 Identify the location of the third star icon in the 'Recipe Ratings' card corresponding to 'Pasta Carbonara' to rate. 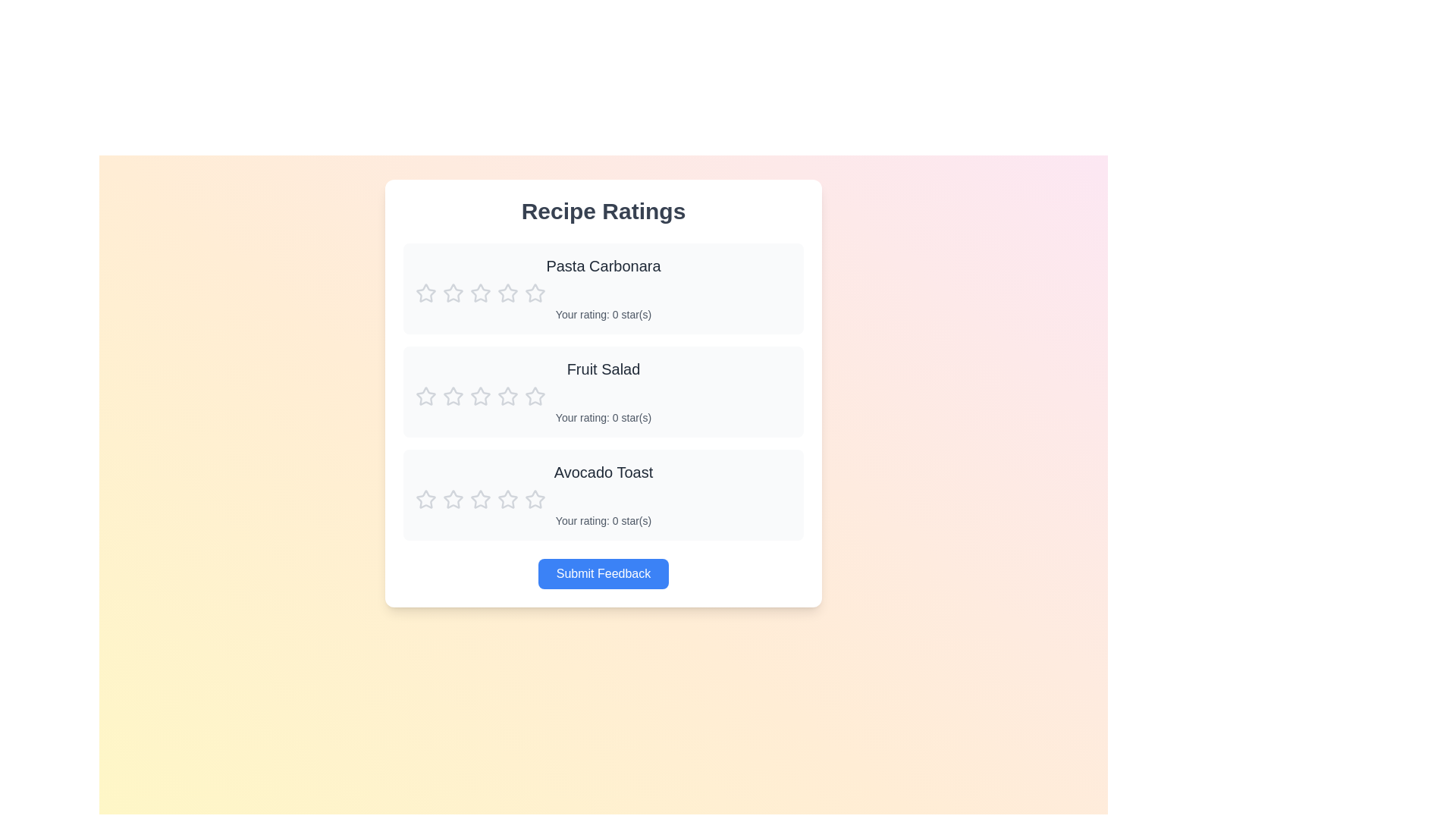
(508, 293).